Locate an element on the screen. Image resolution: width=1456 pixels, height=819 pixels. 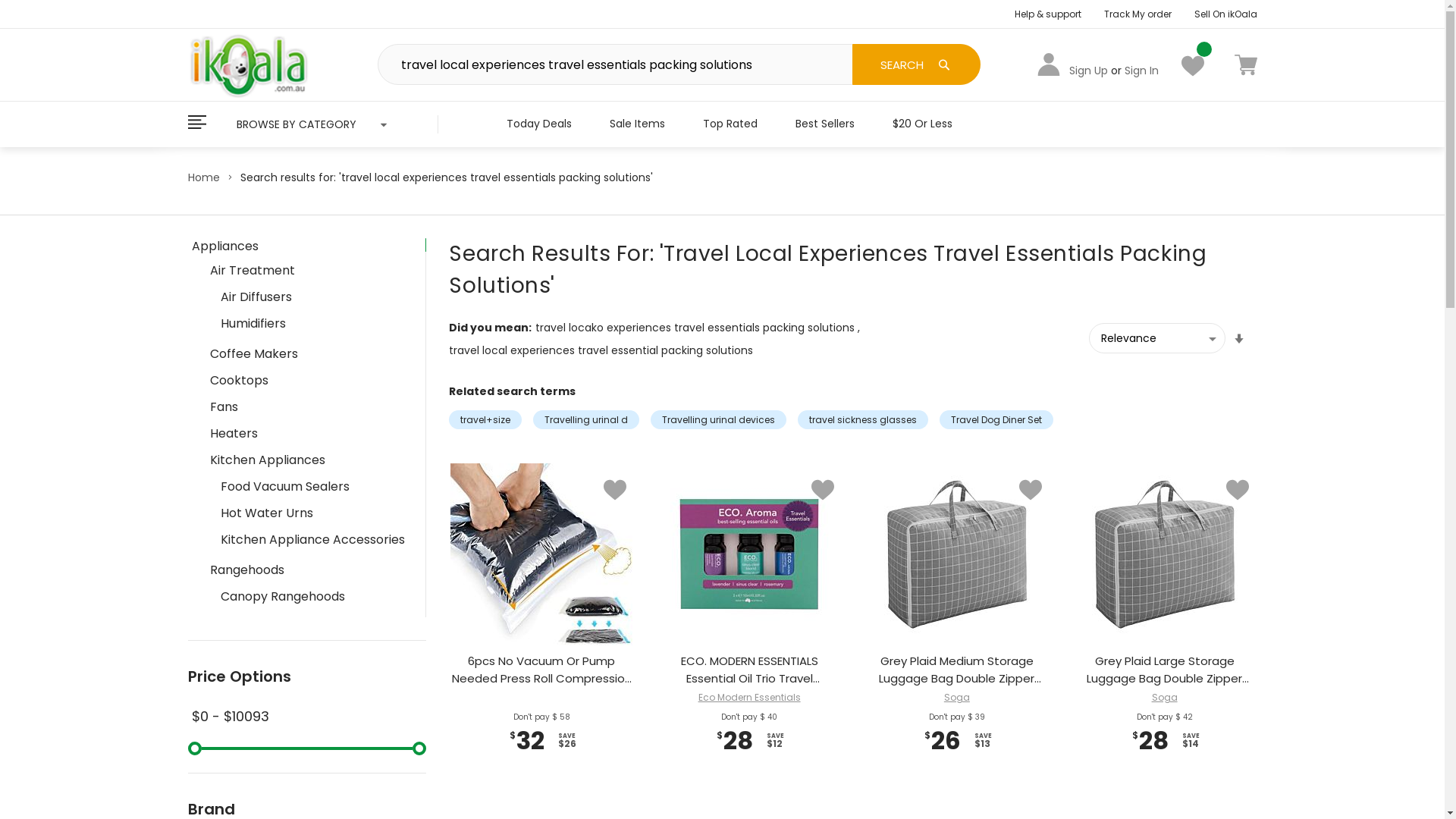
'My Cart' is located at coordinates (1245, 63).